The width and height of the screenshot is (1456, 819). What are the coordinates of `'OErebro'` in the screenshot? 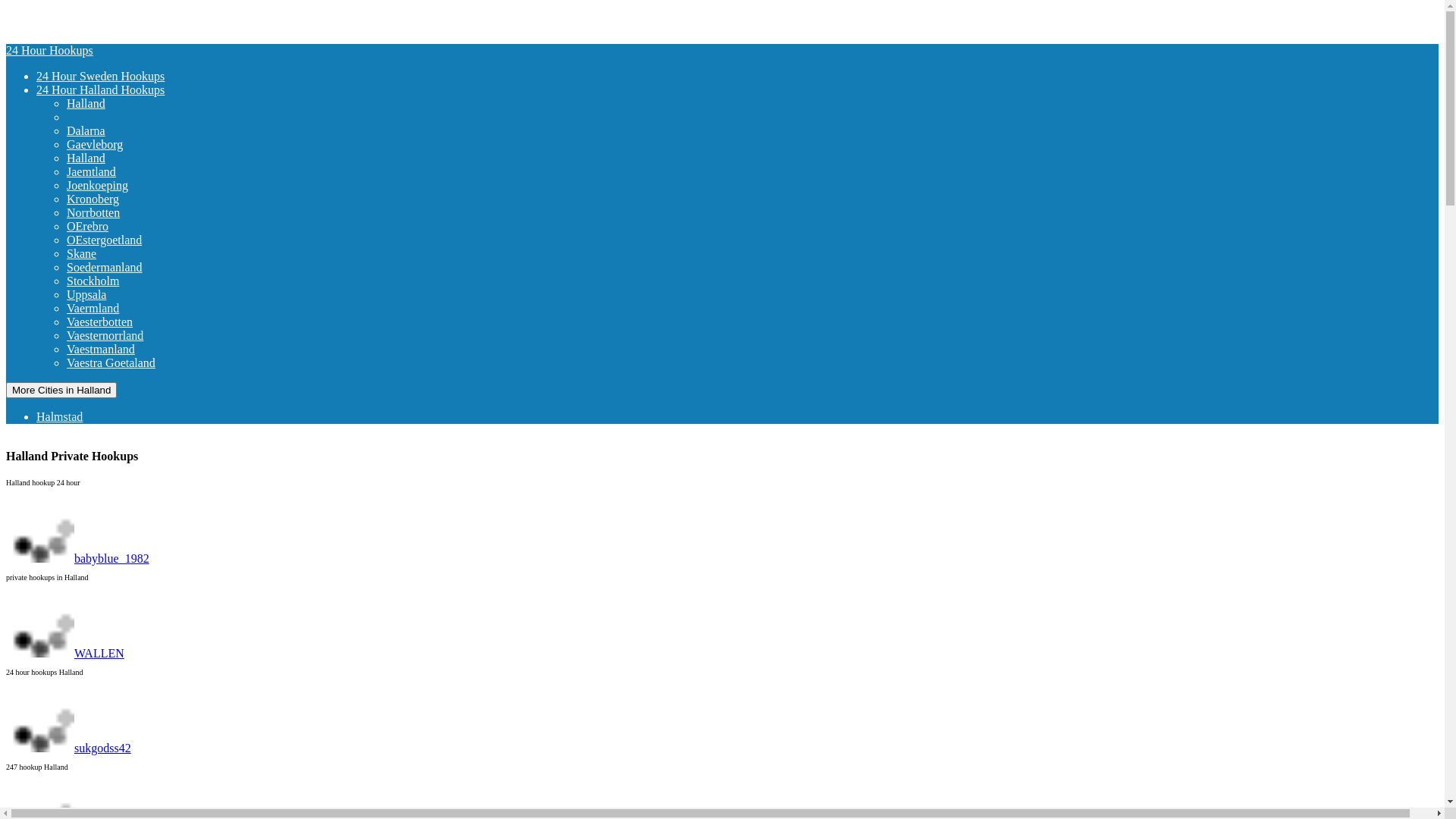 It's located at (65, 226).